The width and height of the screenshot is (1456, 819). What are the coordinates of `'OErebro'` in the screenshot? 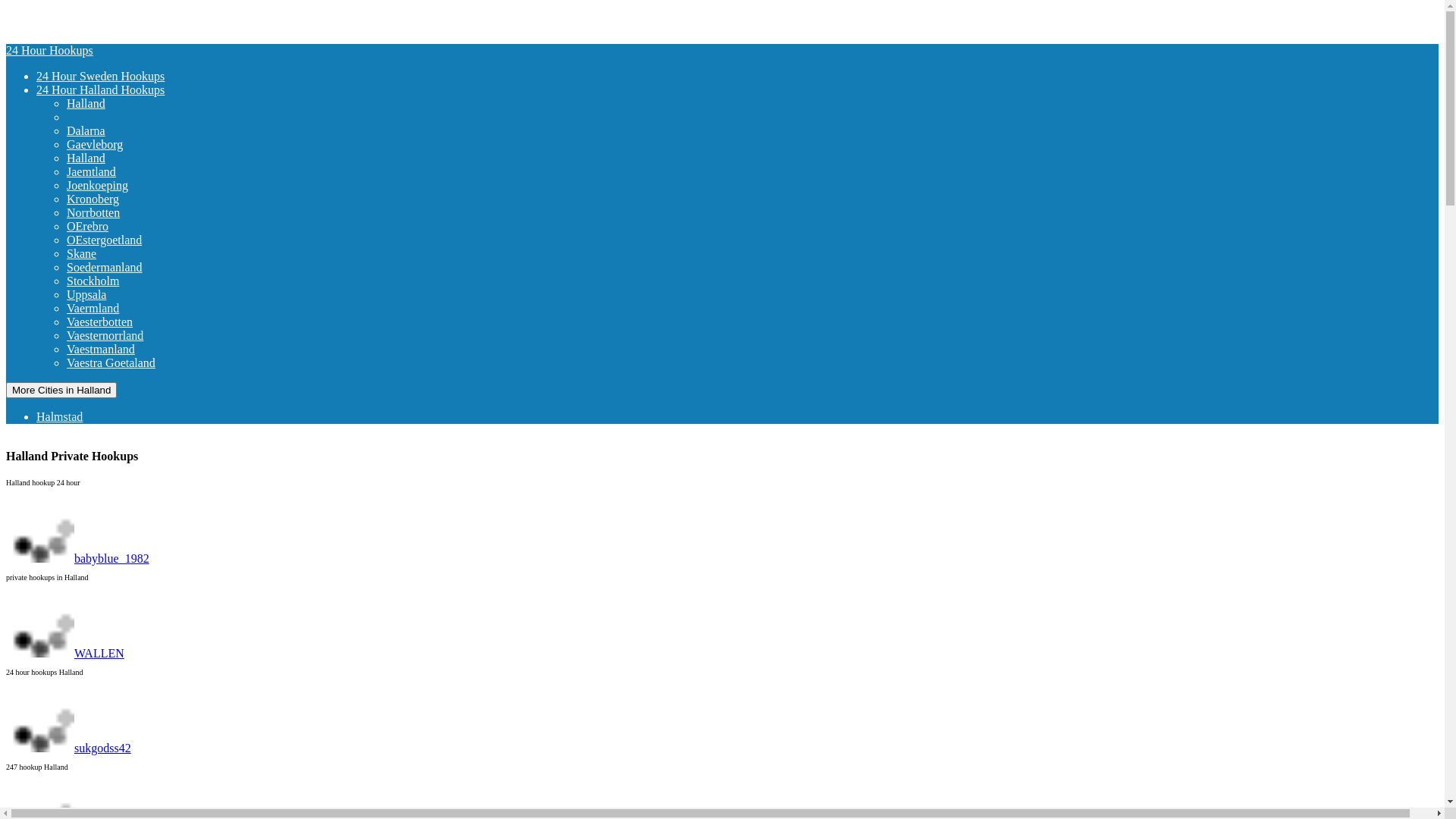 It's located at (65, 226).